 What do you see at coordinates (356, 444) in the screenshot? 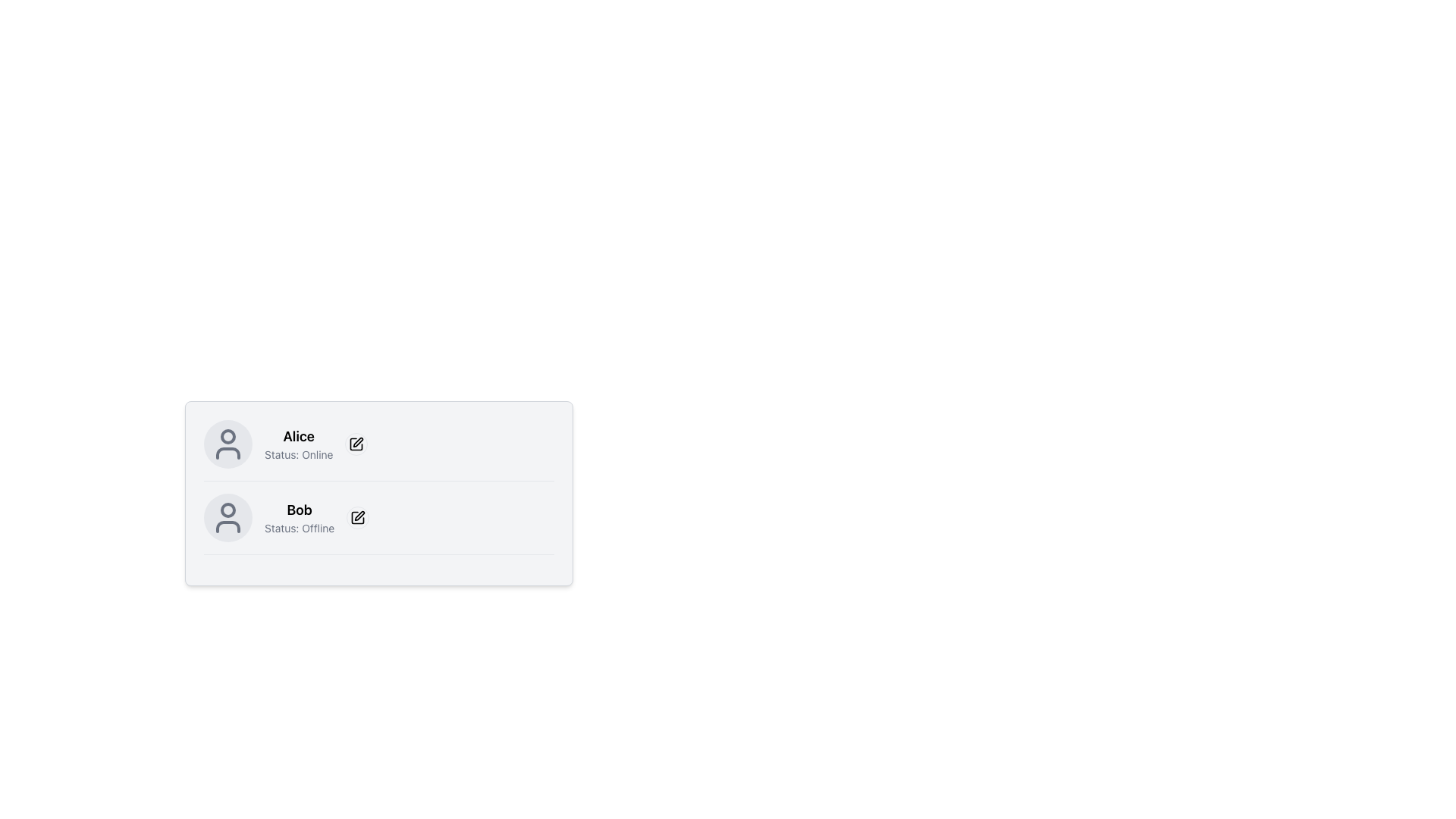
I see `the edit button icon located at the top-right corner of Alice's user information section` at bounding box center [356, 444].